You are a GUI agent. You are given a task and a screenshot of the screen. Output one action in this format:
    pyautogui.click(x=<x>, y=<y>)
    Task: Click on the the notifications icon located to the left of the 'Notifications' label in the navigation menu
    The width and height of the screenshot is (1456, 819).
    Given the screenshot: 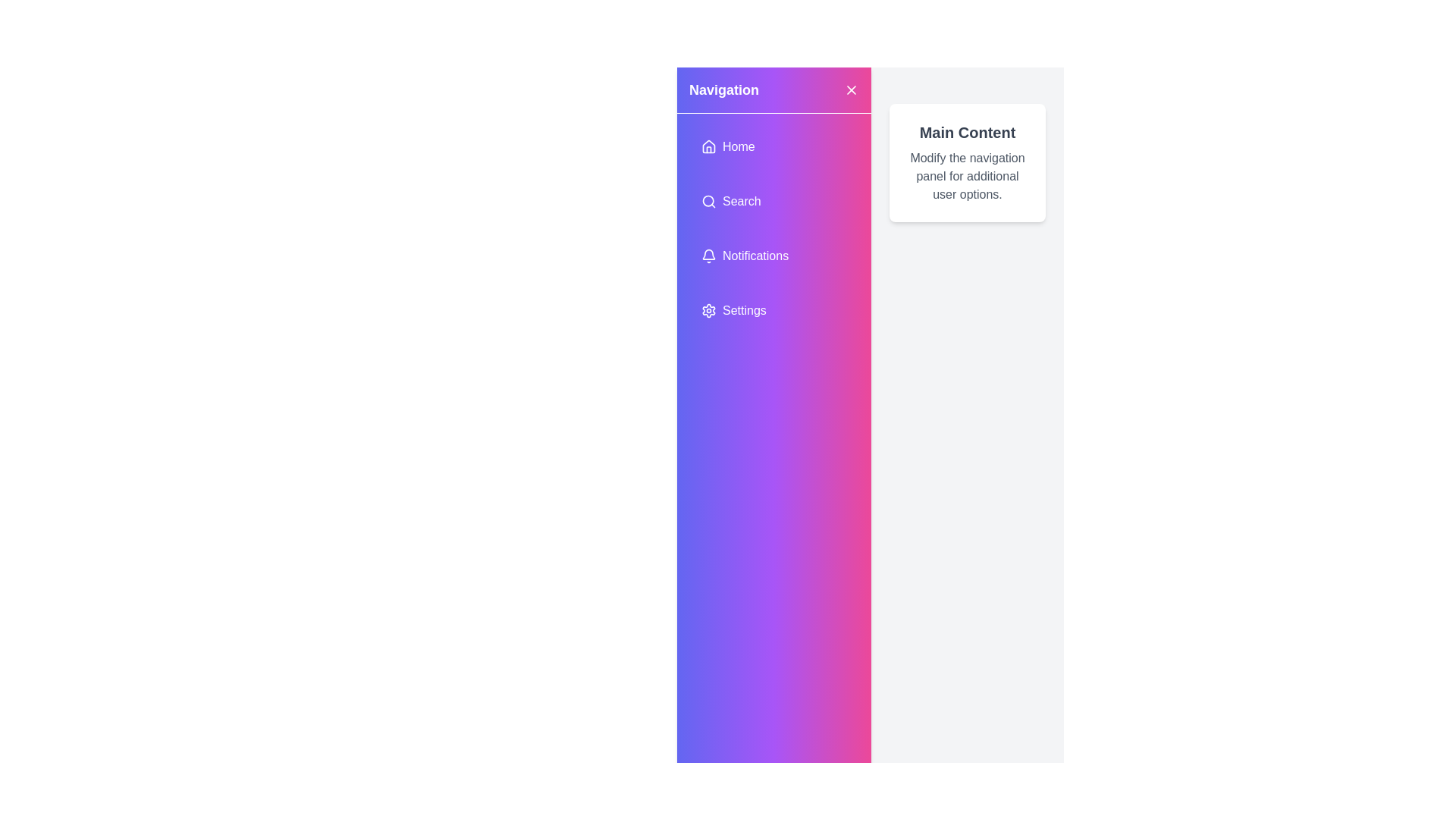 What is the action you would take?
    pyautogui.click(x=708, y=256)
    